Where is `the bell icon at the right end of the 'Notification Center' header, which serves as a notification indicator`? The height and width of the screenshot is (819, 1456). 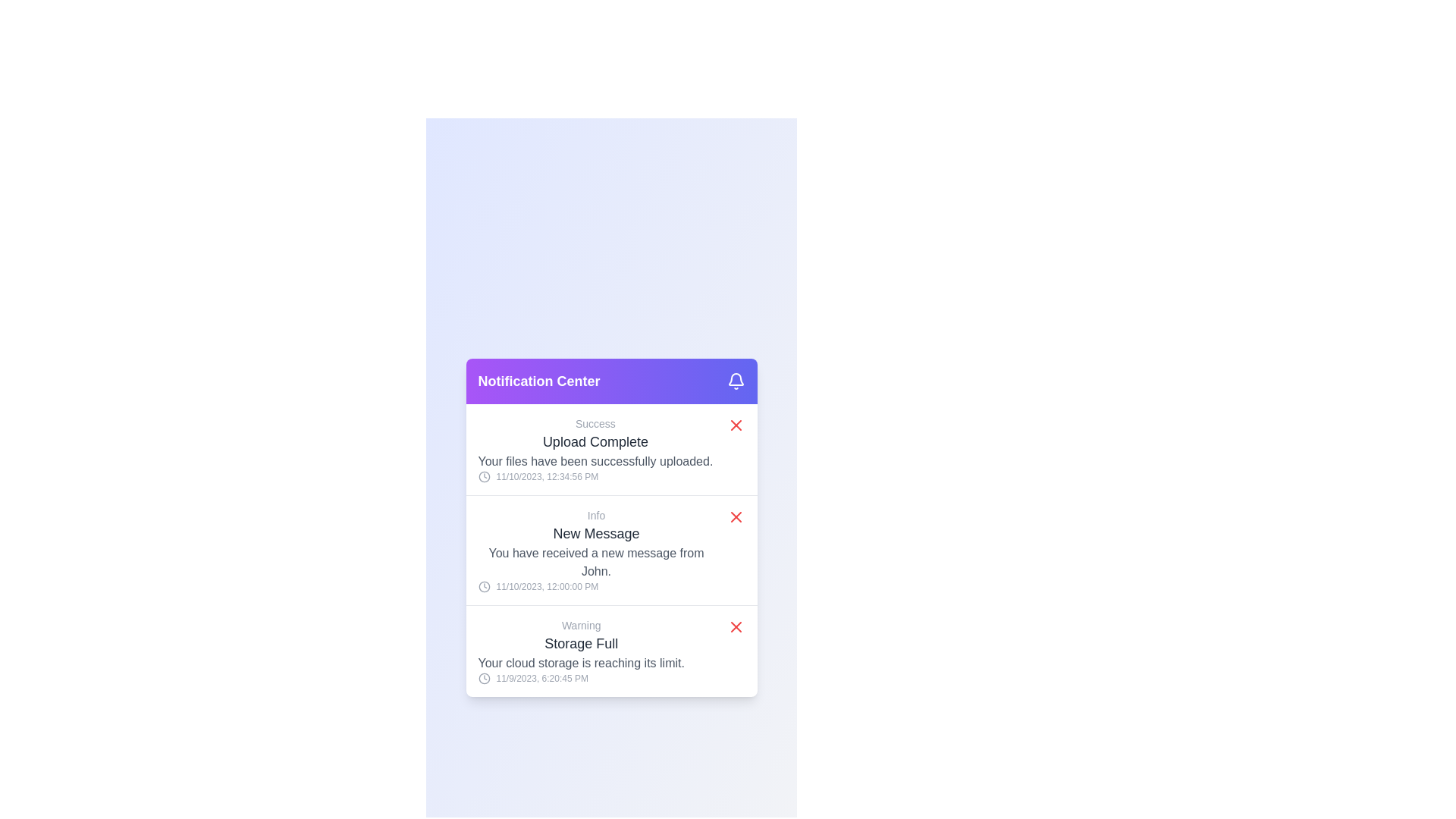 the bell icon at the right end of the 'Notification Center' header, which serves as a notification indicator is located at coordinates (736, 380).